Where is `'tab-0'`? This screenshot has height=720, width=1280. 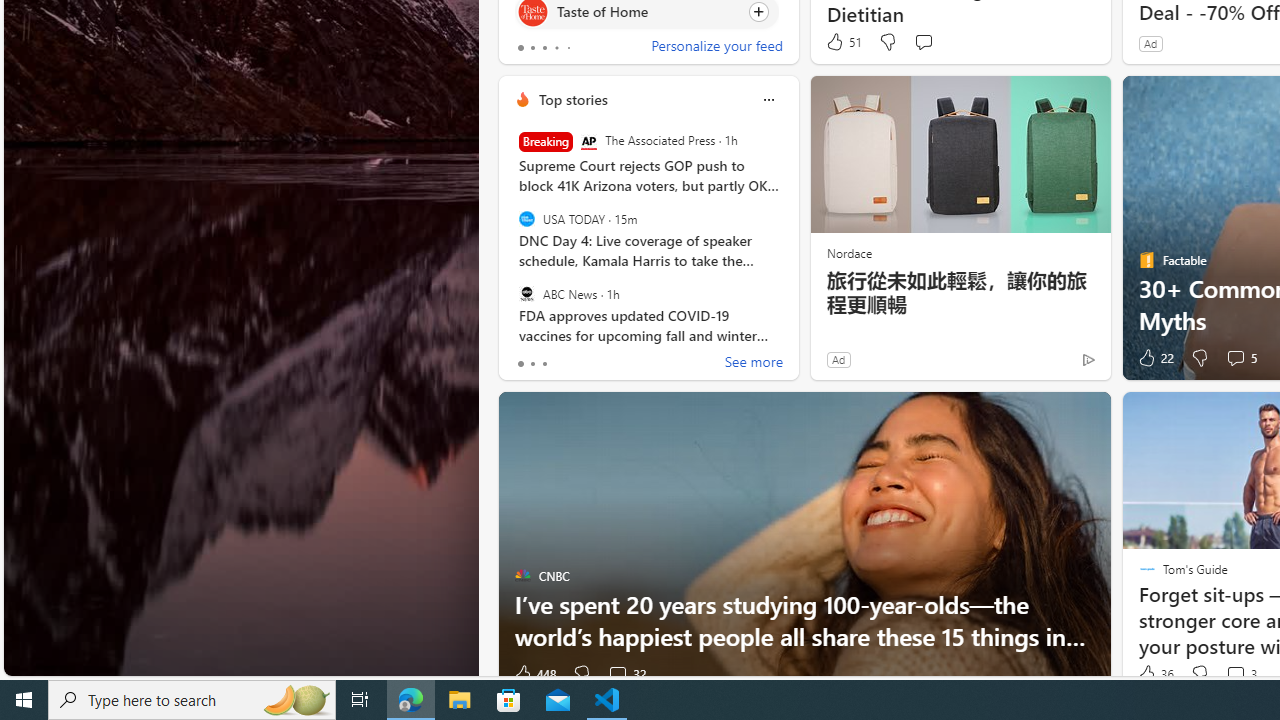 'tab-0' is located at coordinates (520, 363).